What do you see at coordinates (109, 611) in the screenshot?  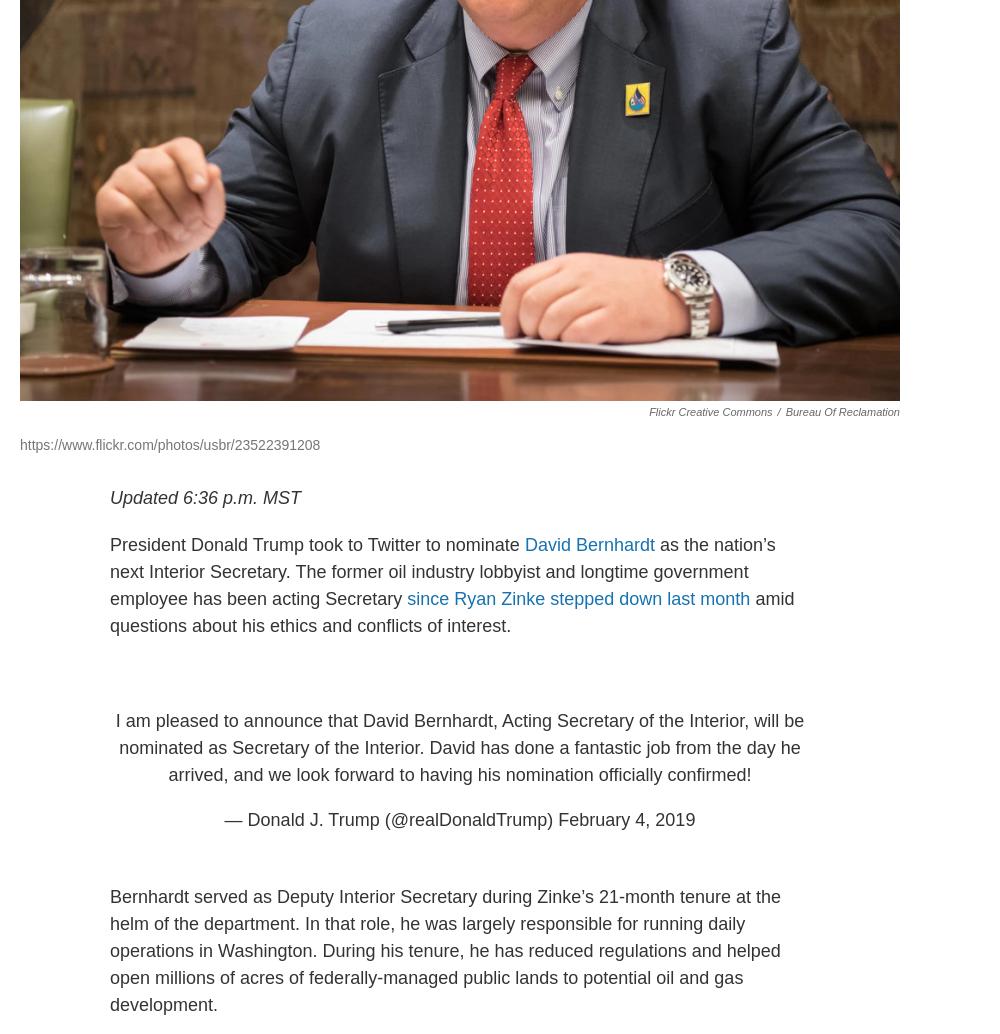 I see `'amid questions about his ethics and conflicts of interest.'` at bounding box center [109, 611].